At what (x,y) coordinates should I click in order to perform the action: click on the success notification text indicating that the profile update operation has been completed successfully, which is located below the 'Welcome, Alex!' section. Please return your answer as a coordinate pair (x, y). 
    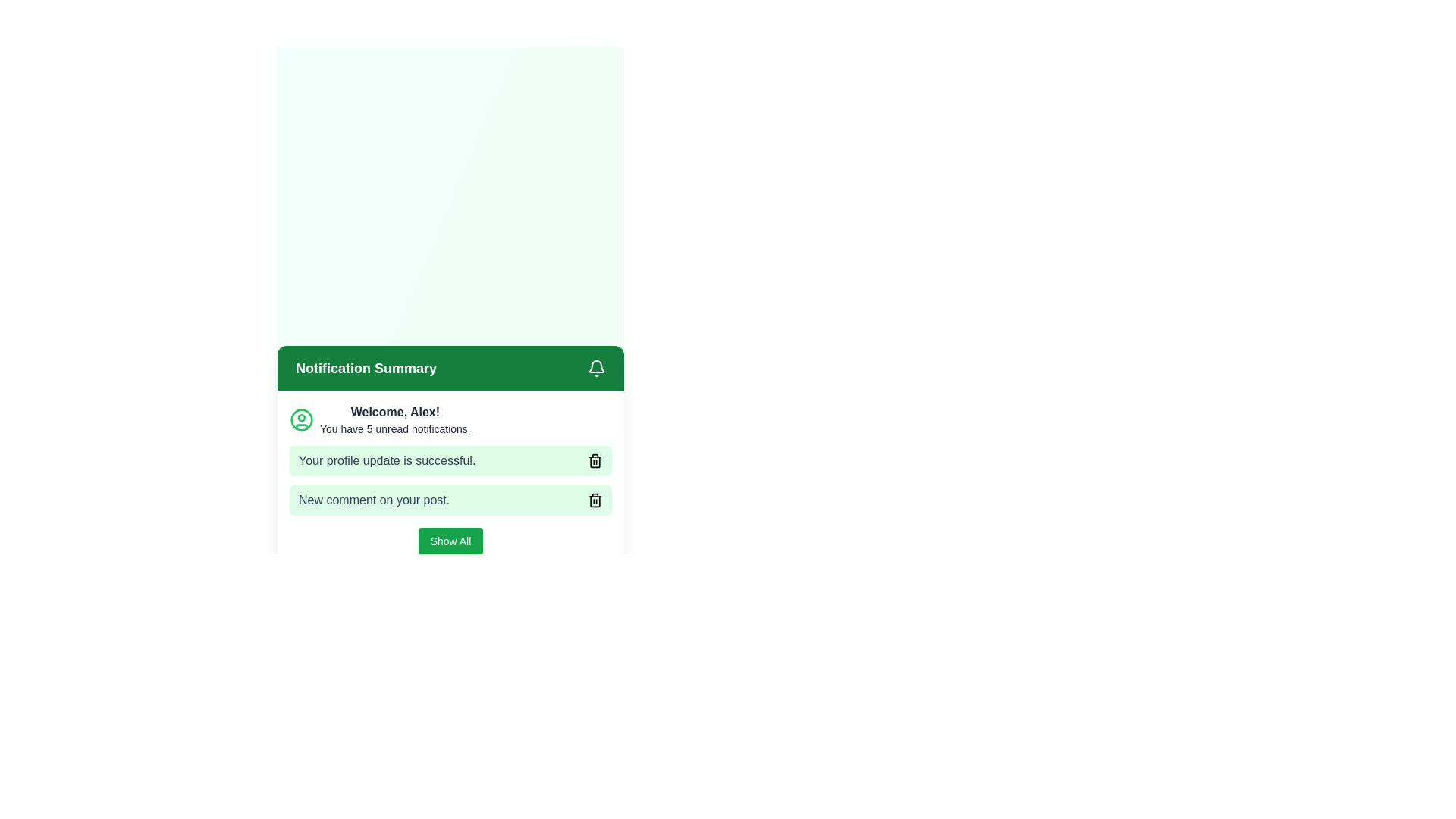
    Looking at the image, I should click on (387, 460).